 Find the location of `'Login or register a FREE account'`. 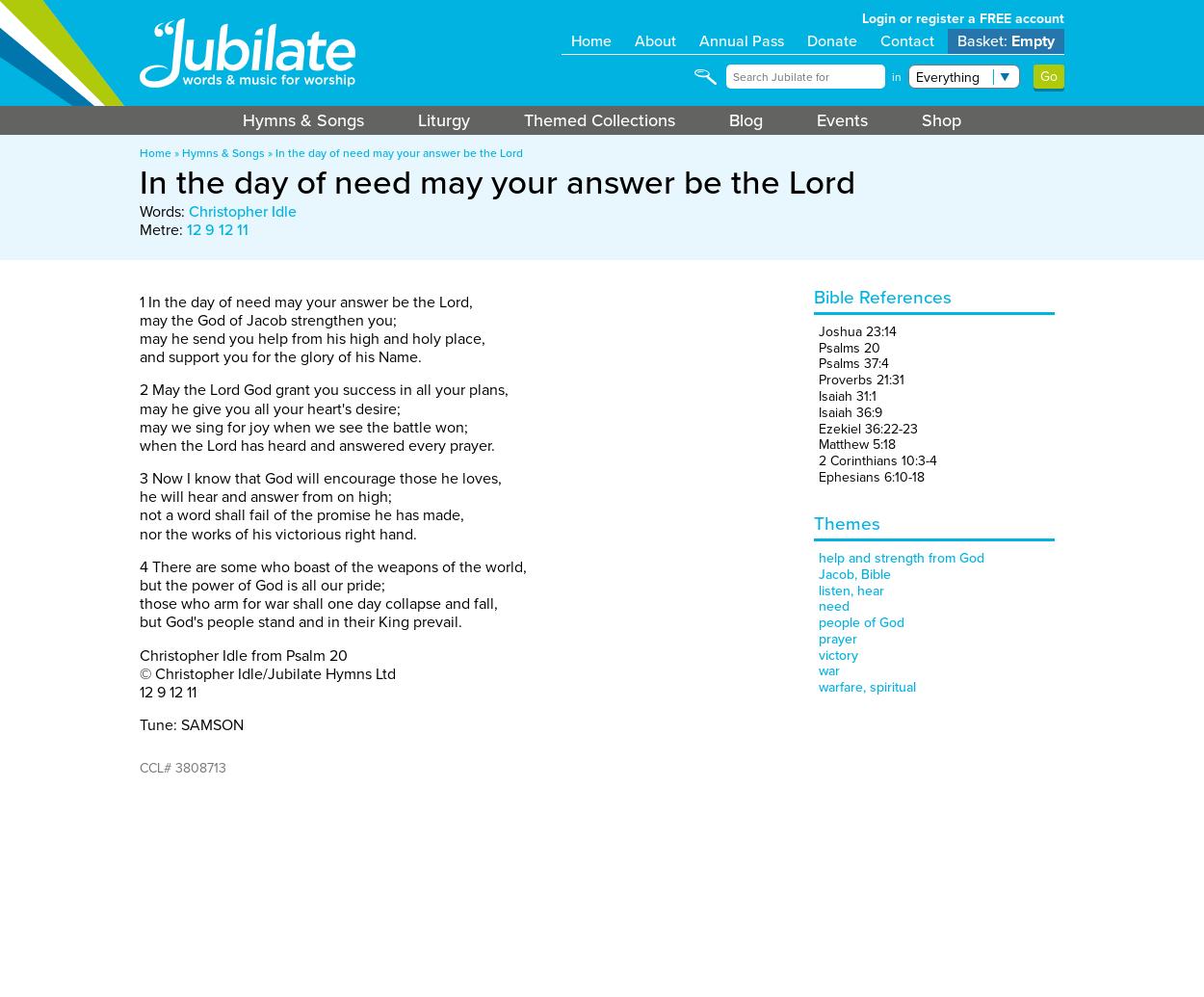

'Login or register a FREE account' is located at coordinates (963, 18).